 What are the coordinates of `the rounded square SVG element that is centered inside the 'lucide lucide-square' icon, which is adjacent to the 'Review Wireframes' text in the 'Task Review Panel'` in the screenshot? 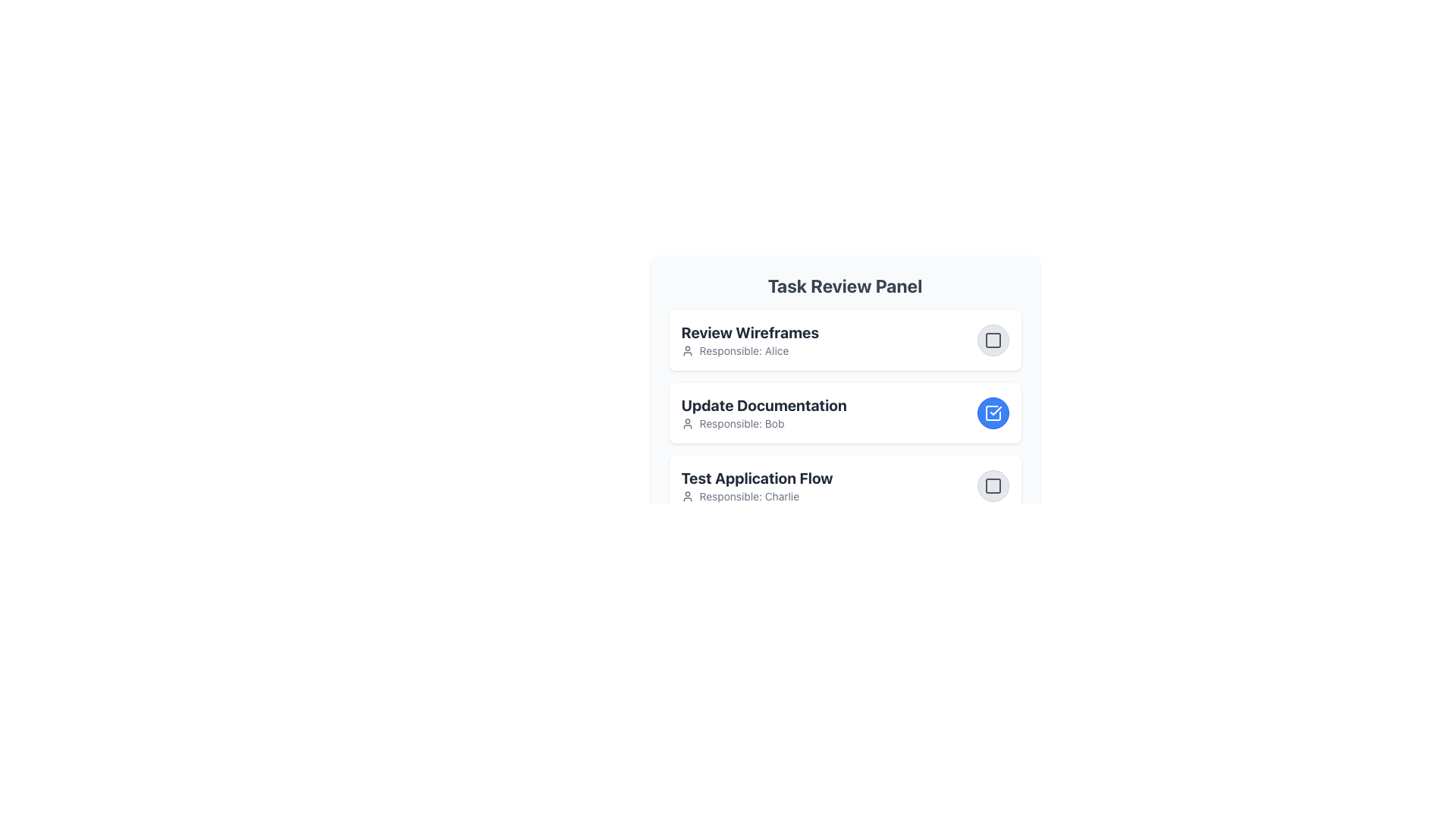 It's located at (993, 339).